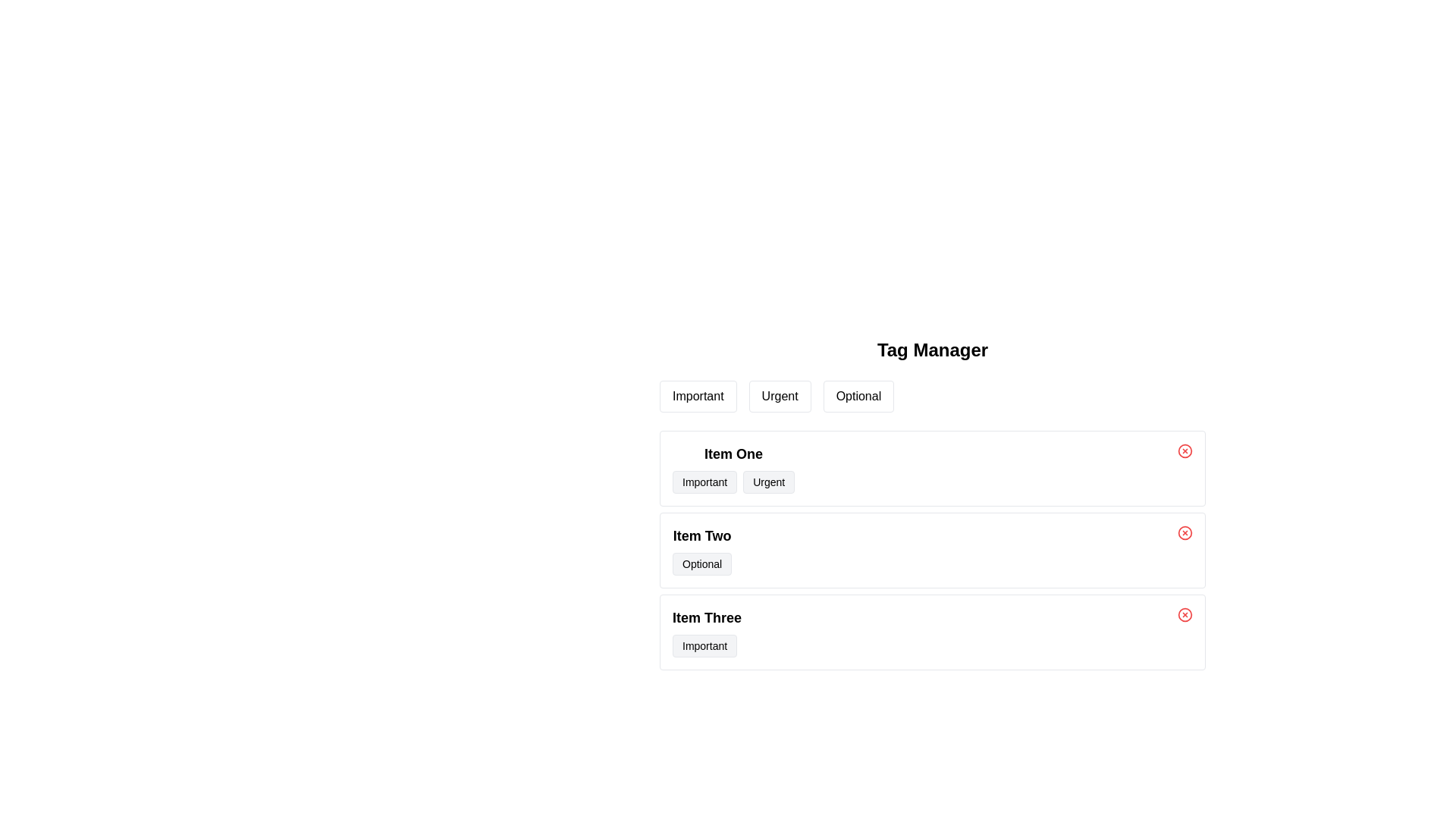  I want to click on the label titled 'Important', which is a small rounded rectangular tag with a light gray background, located under the 'Item Three' section, so click(704, 646).